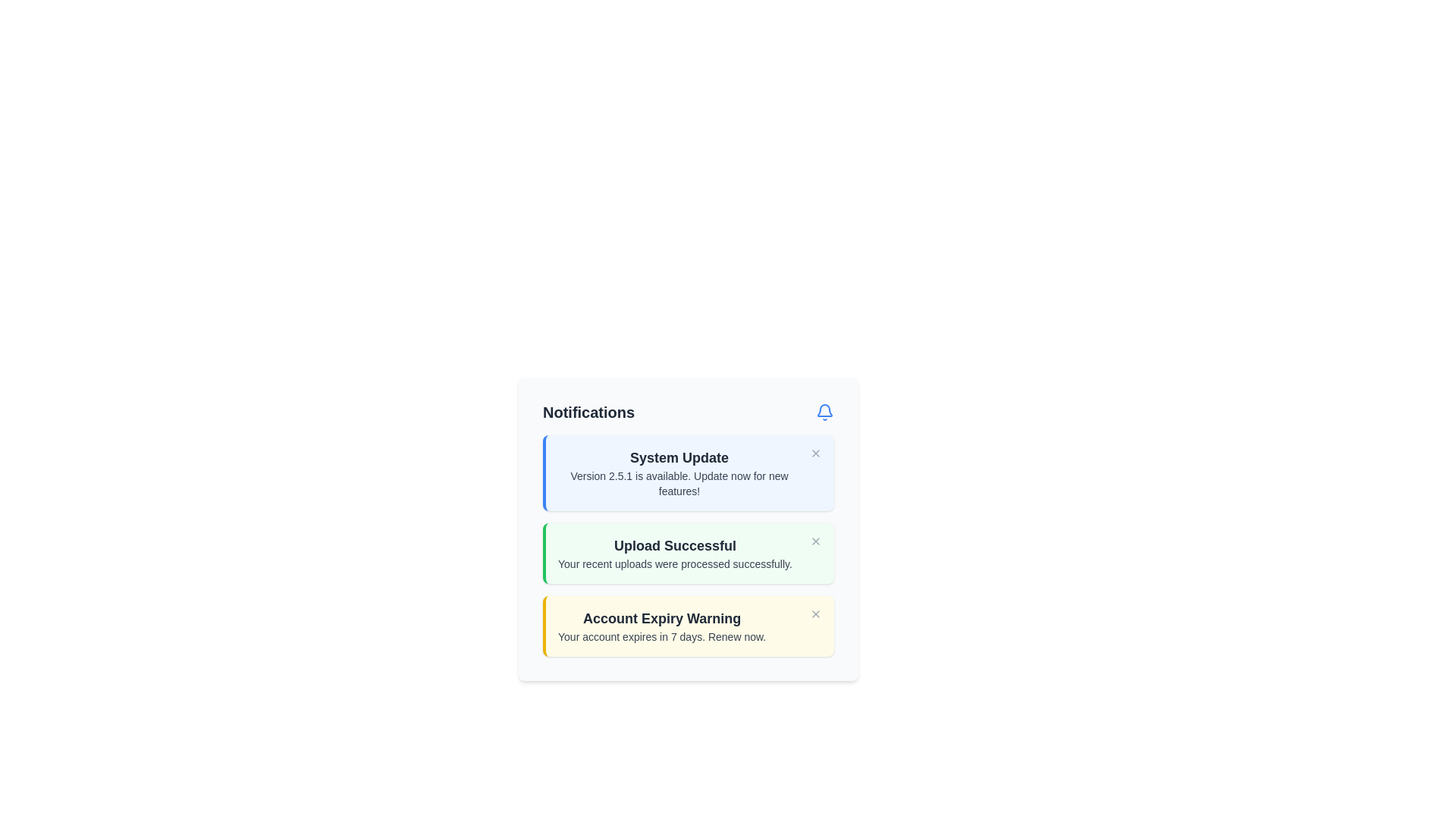 This screenshot has height=819, width=1456. Describe the element at coordinates (662, 619) in the screenshot. I see `the text heading styled in a larger font size with bold weight, located within a yellow-tinted notification box, which is the last notification block in the notifications panel` at that location.